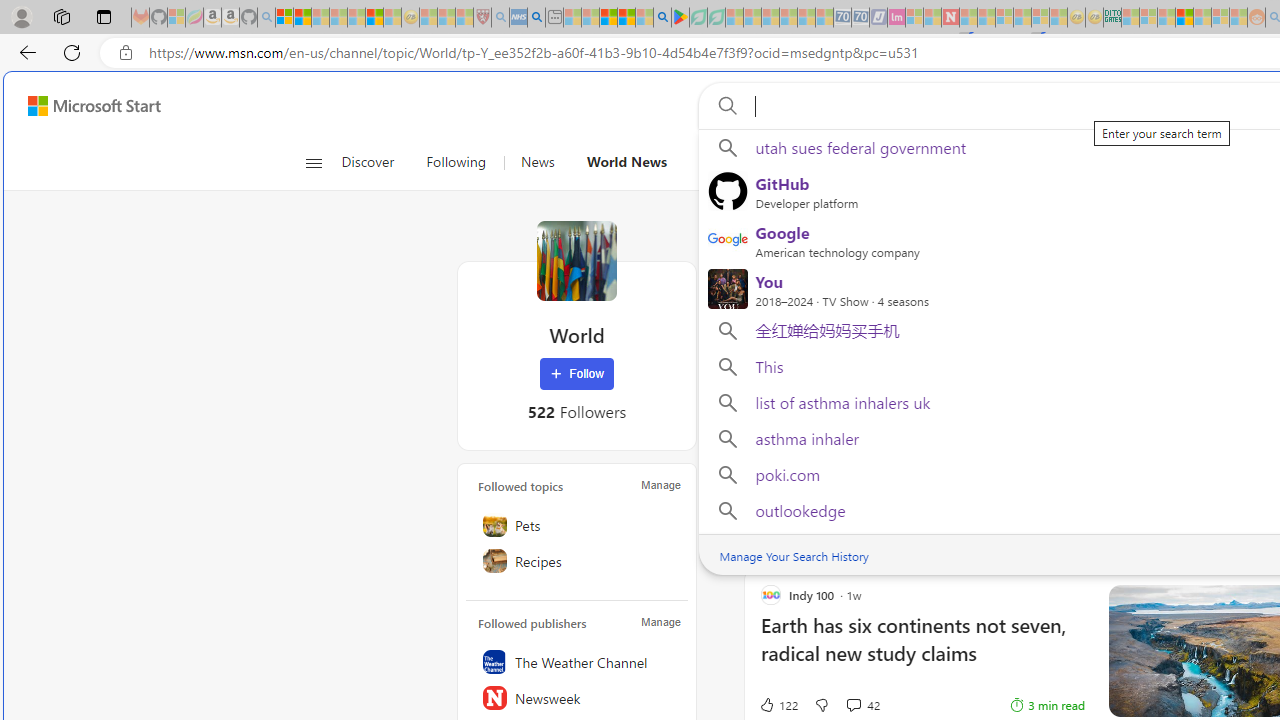 The width and height of the screenshot is (1280, 720). What do you see at coordinates (1184, 17) in the screenshot?
I see `'Expert Portfolios'` at bounding box center [1184, 17].